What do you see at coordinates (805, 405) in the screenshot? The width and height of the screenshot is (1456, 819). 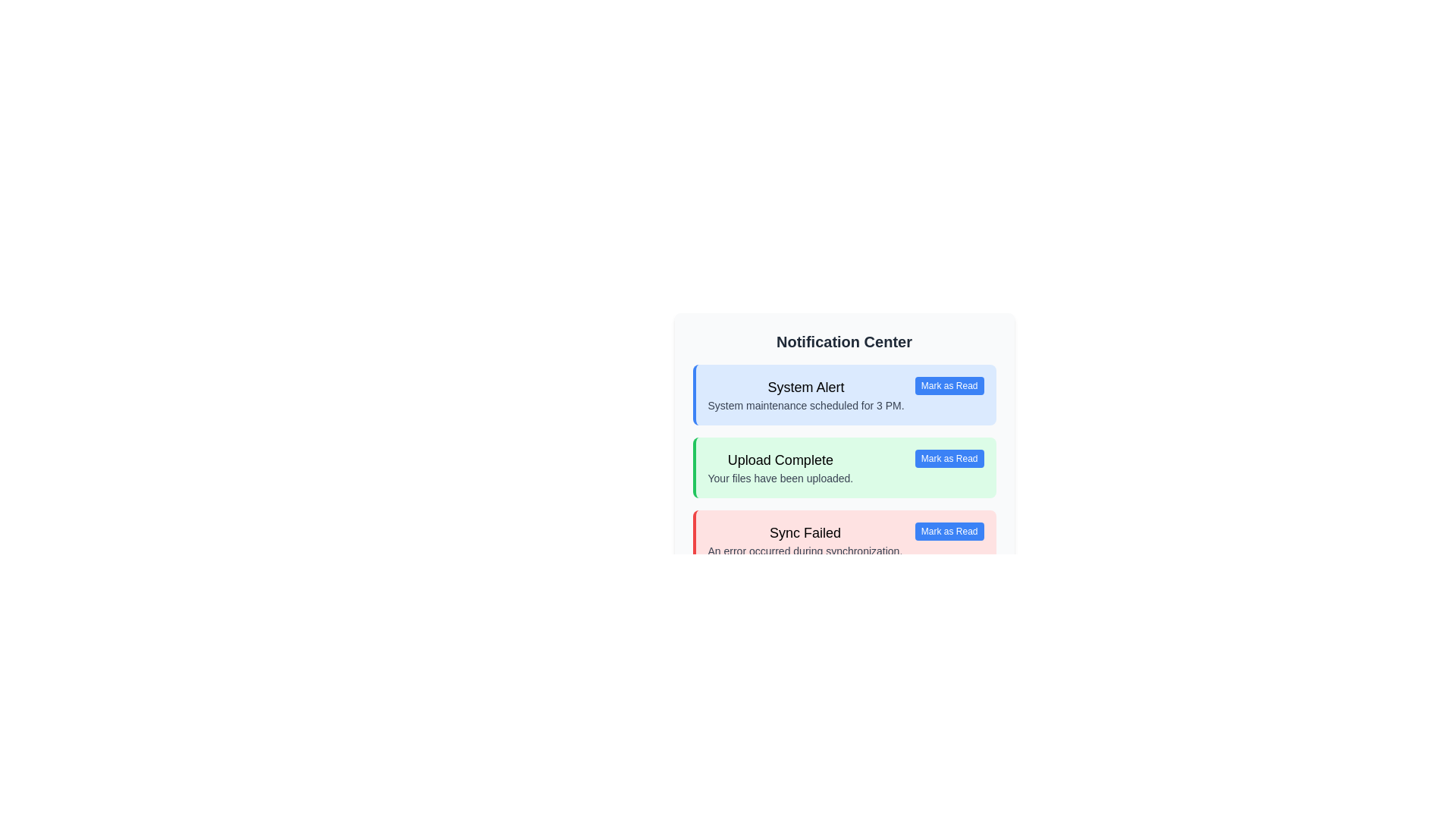 I see `the second line of the 'System Alert' notification block that informs about a scheduled system maintenance event` at bounding box center [805, 405].